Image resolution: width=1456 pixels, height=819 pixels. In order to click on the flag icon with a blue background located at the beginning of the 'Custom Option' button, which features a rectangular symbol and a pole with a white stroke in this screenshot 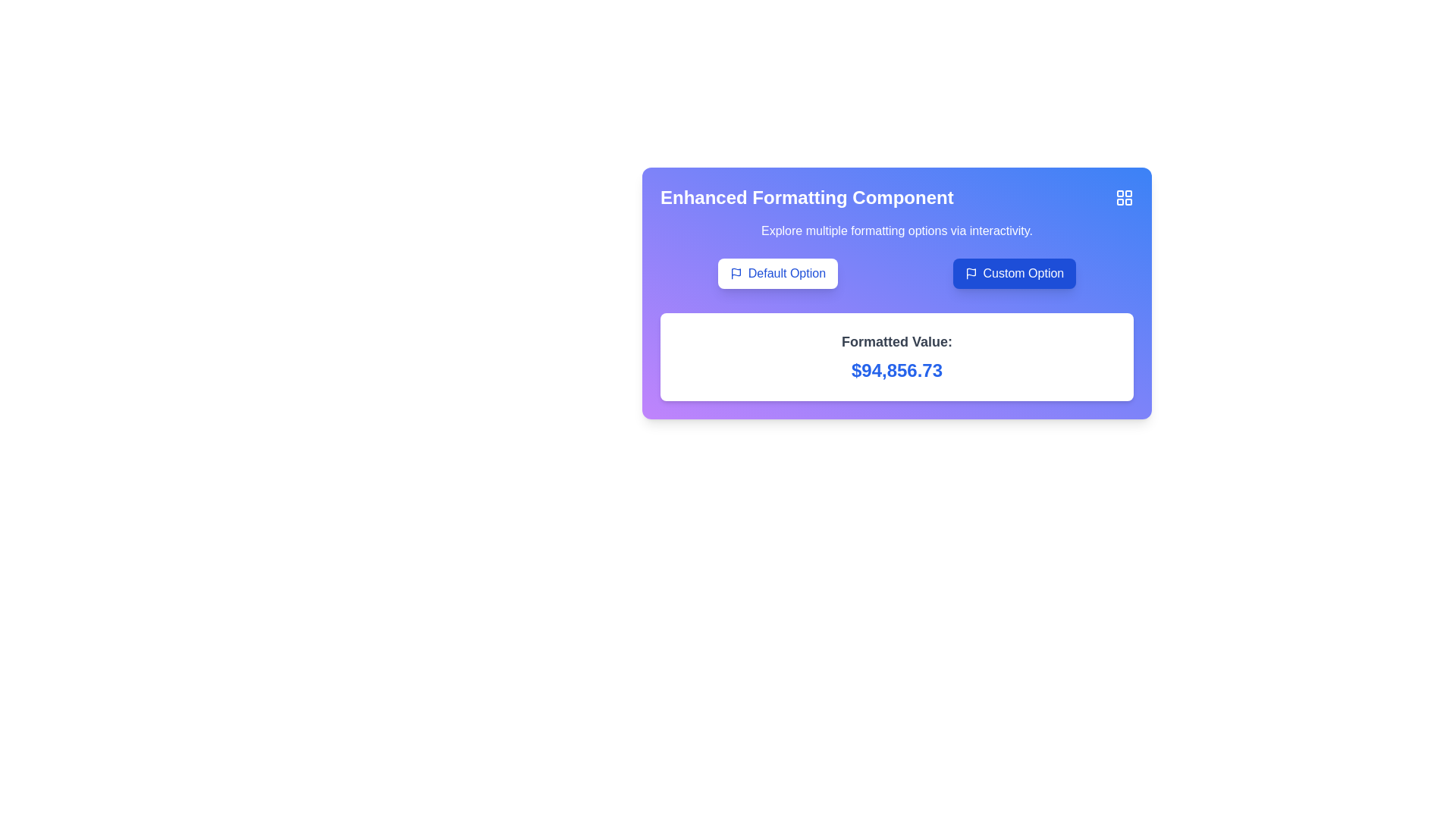, I will do `click(971, 274)`.